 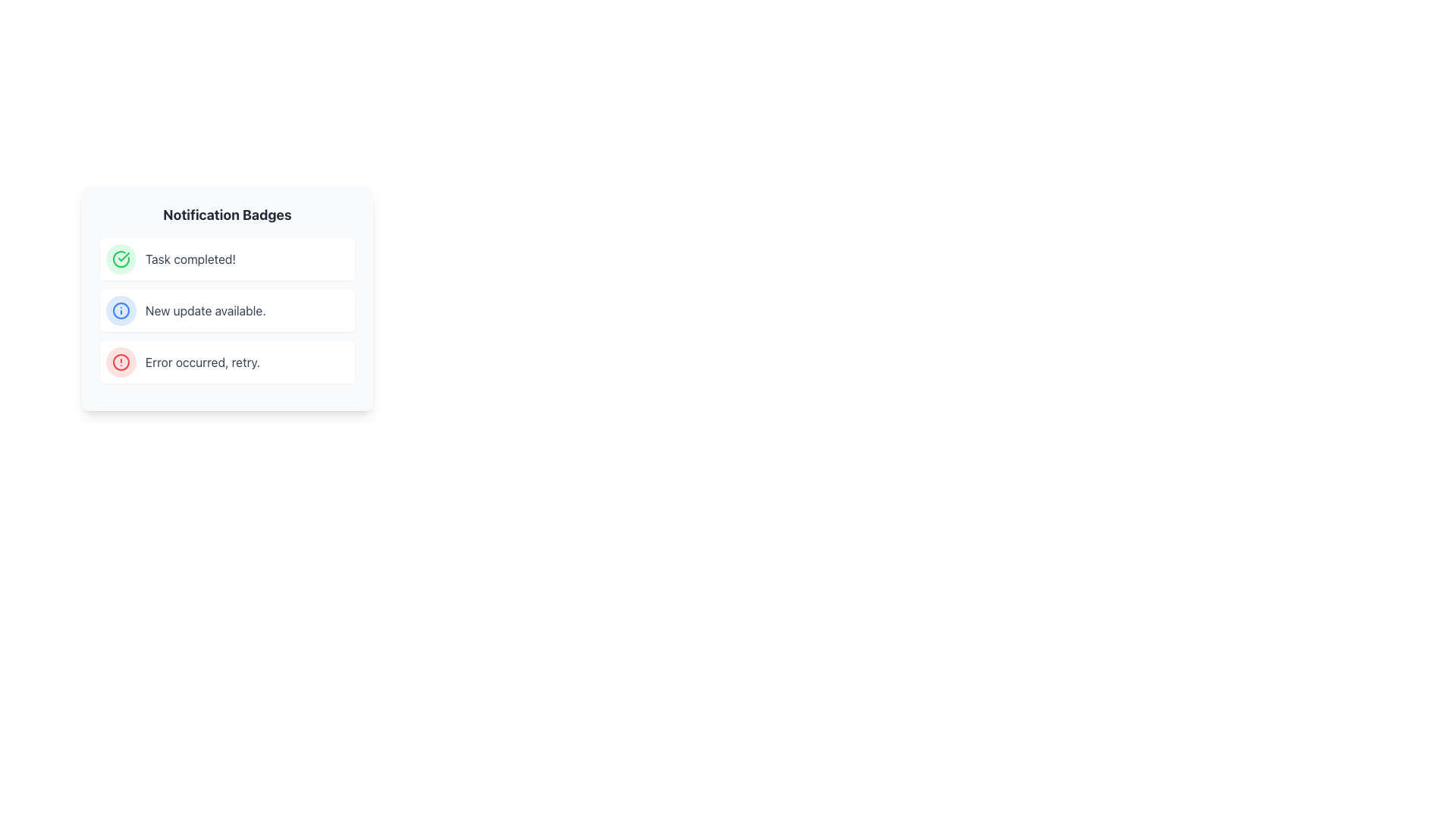 I want to click on the blue outlined SVG Circle that represents the second notification item in the list of notifications, so click(x=120, y=309).